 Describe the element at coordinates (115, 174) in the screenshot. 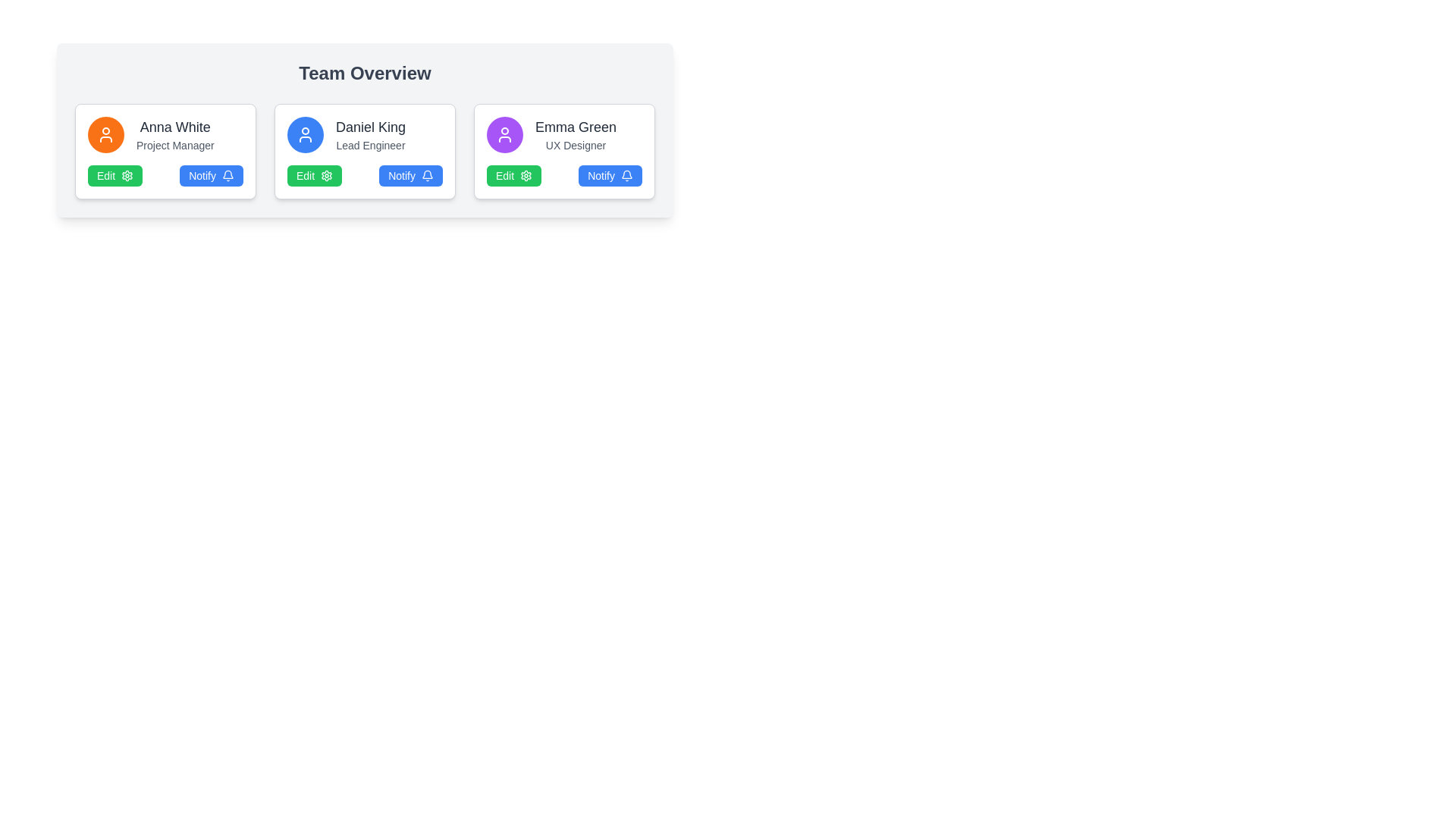

I see `the 'Edit' button located to the left of the 'Notify' button in the card labeled 'Anna White' to trigger the hover effect` at that location.